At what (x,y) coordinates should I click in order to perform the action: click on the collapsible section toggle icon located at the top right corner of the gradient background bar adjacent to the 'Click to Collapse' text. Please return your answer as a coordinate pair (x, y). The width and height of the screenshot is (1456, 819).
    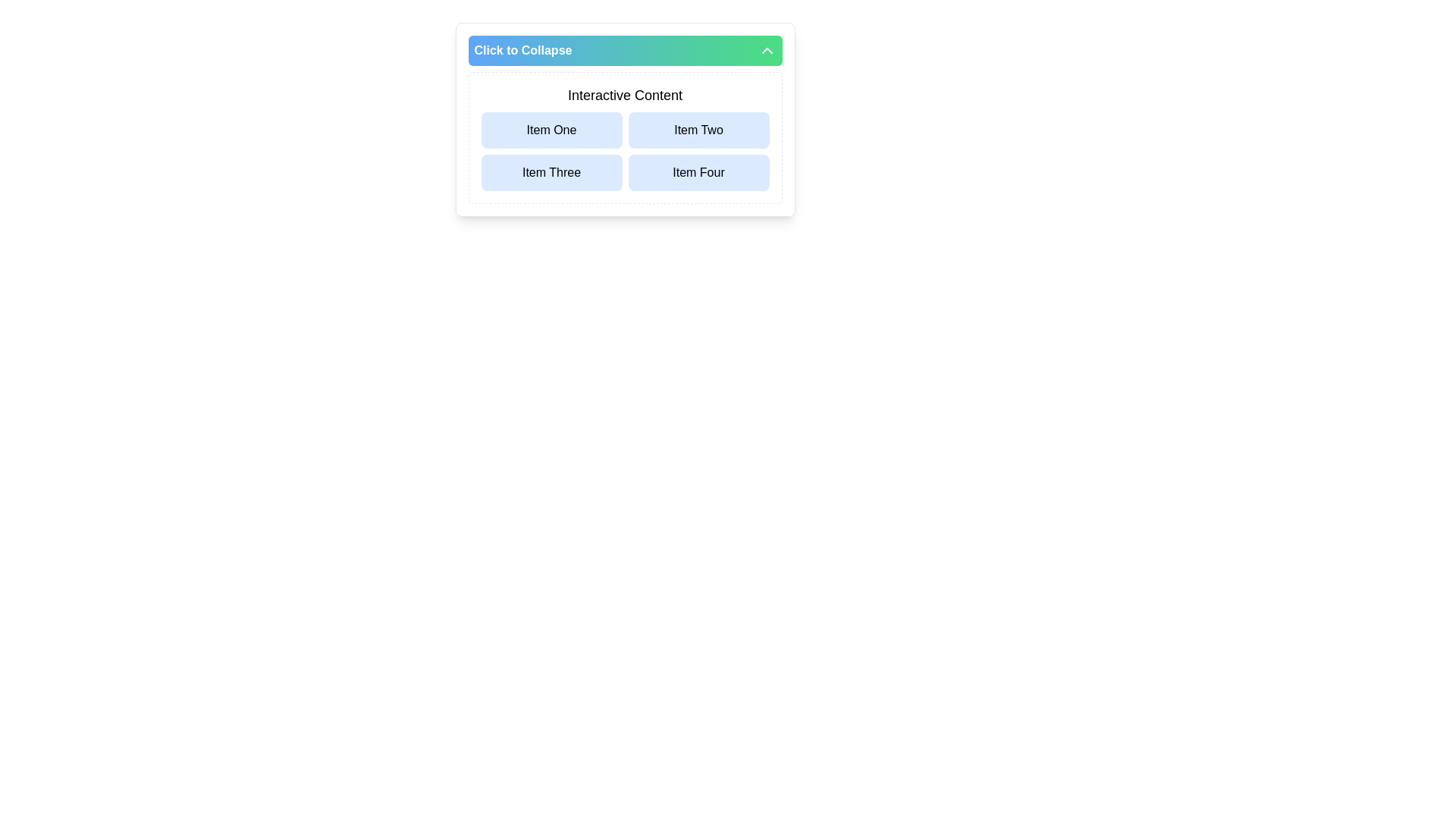
    Looking at the image, I should click on (767, 49).